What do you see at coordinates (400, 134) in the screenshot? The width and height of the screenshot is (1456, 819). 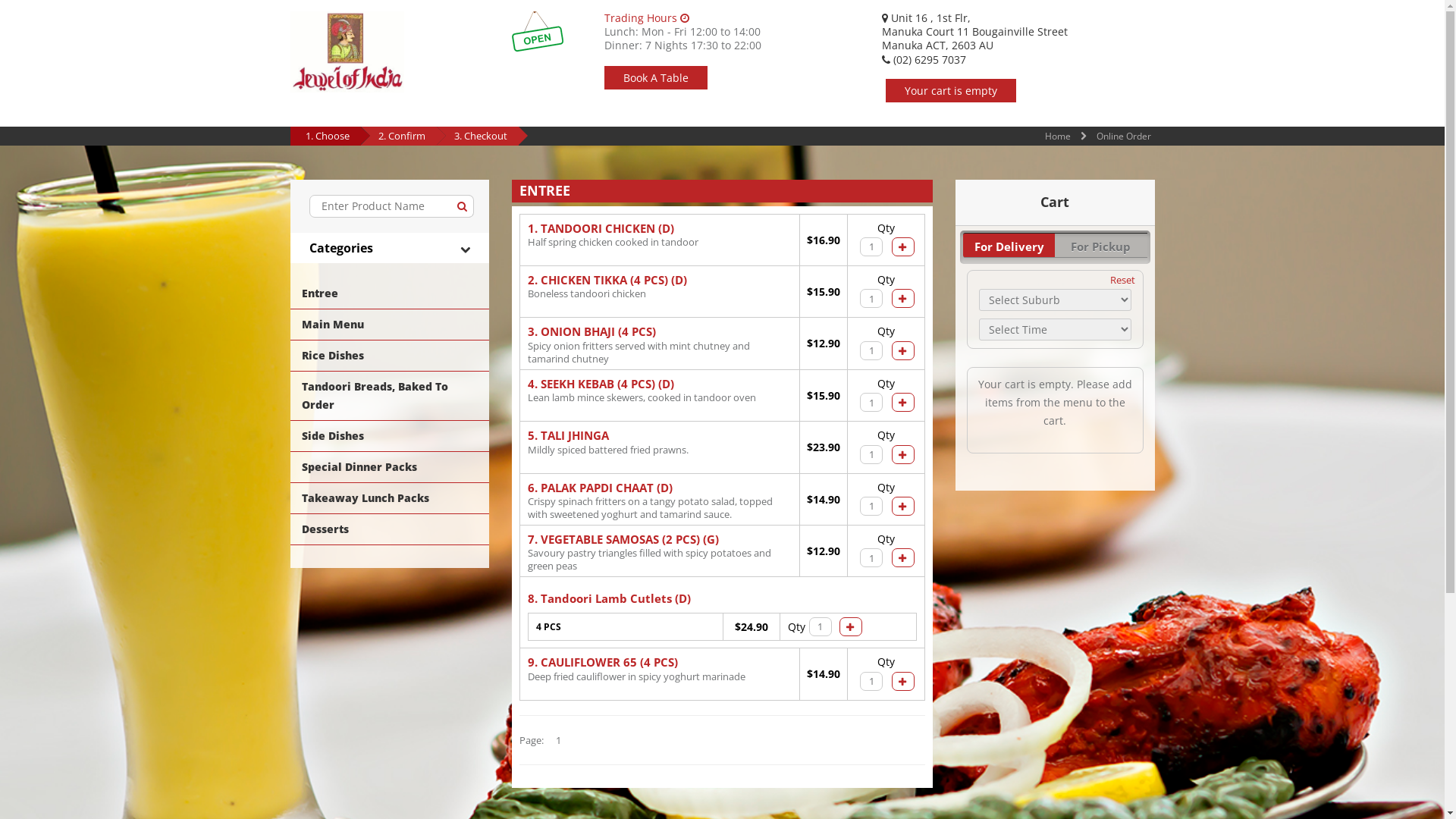 I see `'2. Confirm'` at bounding box center [400, 134].